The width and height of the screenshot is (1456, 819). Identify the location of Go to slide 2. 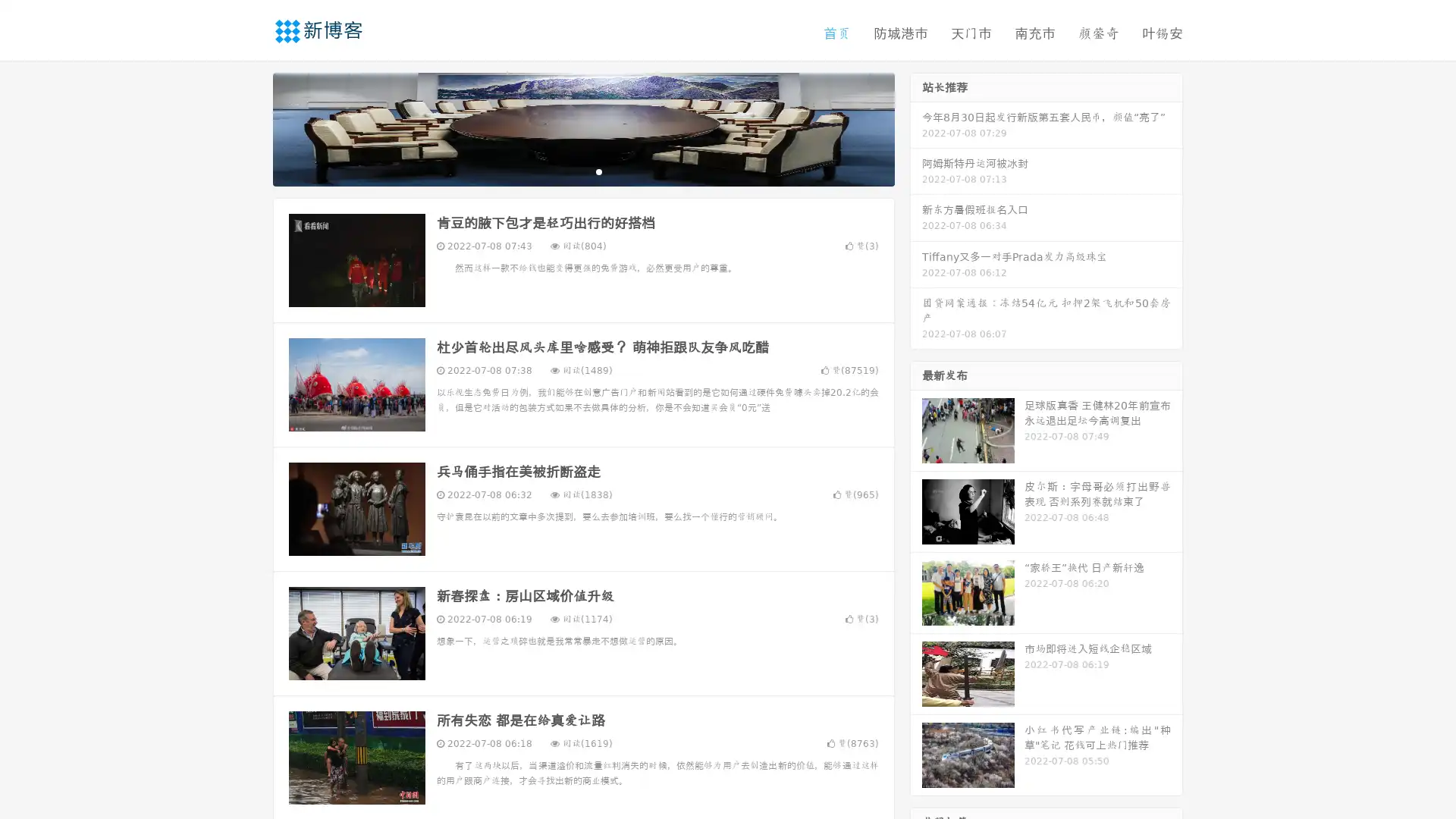
(582, 171).